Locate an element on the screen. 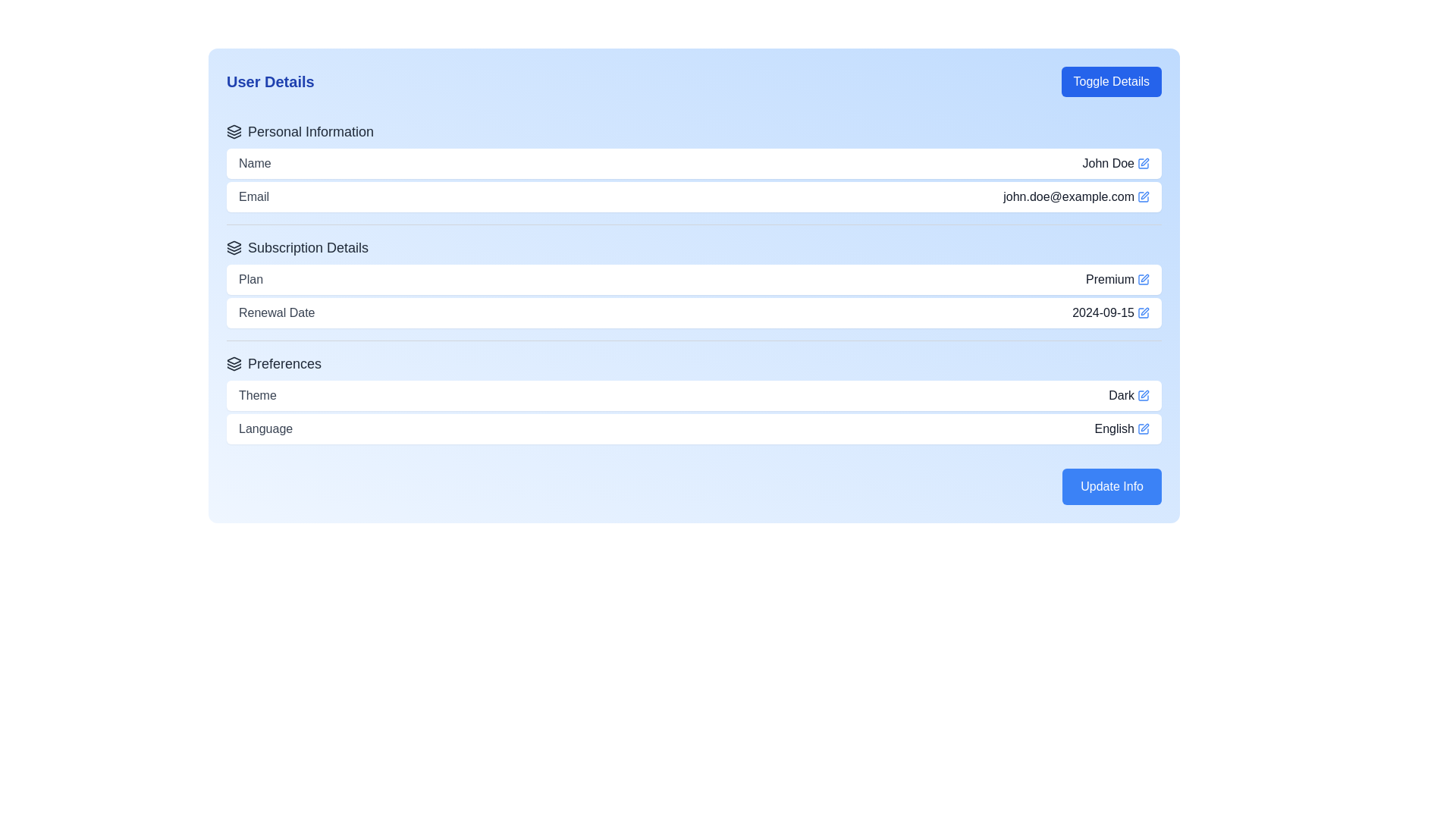 The width and height of the screenshot is (1456, 819). the edit icon adjacent to the user's name in the 'Personal Information' section is located at coordinates (1116, 164).